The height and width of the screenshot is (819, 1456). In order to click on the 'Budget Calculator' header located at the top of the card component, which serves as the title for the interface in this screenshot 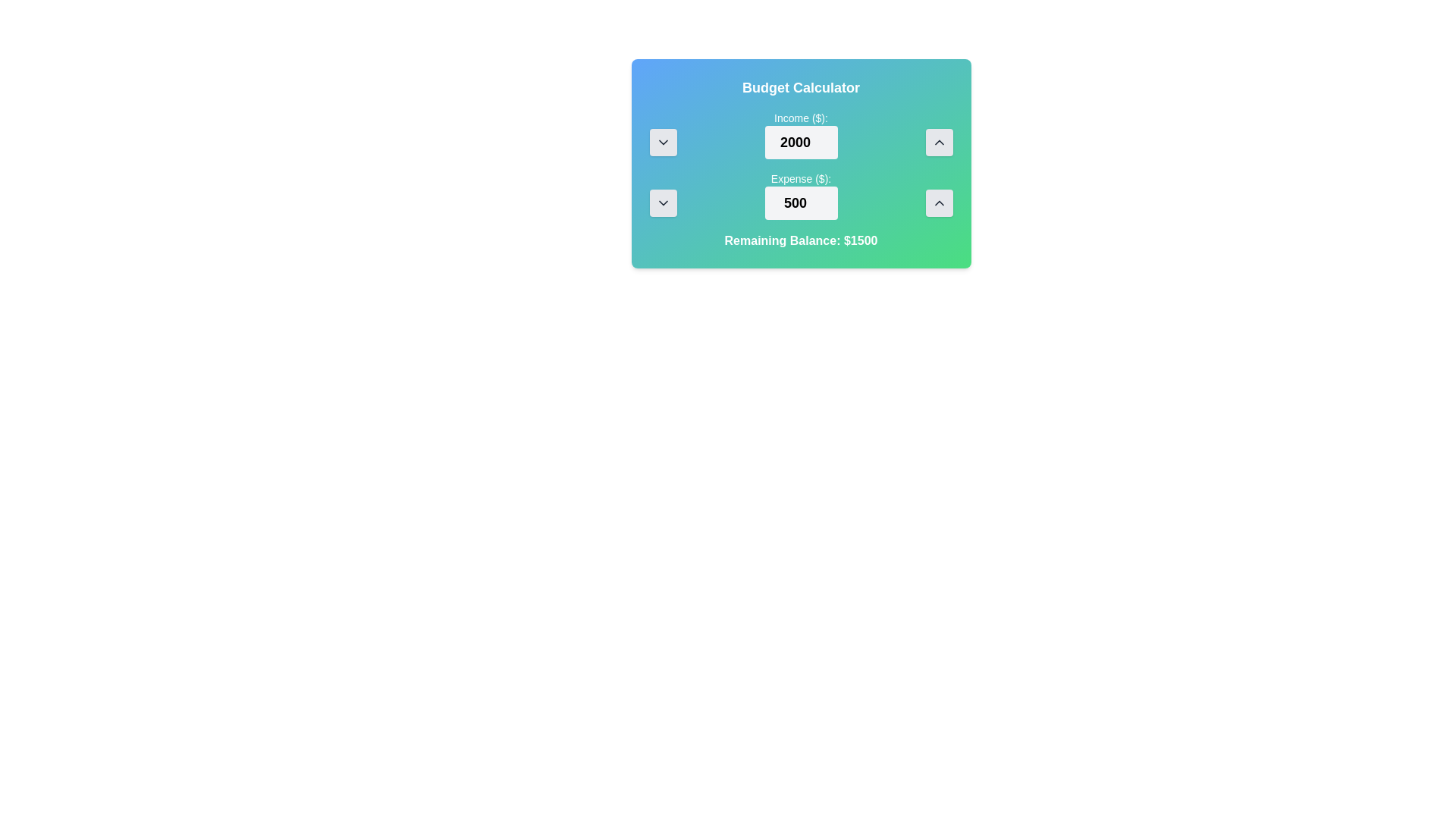, I will do `click(800, 87)`.